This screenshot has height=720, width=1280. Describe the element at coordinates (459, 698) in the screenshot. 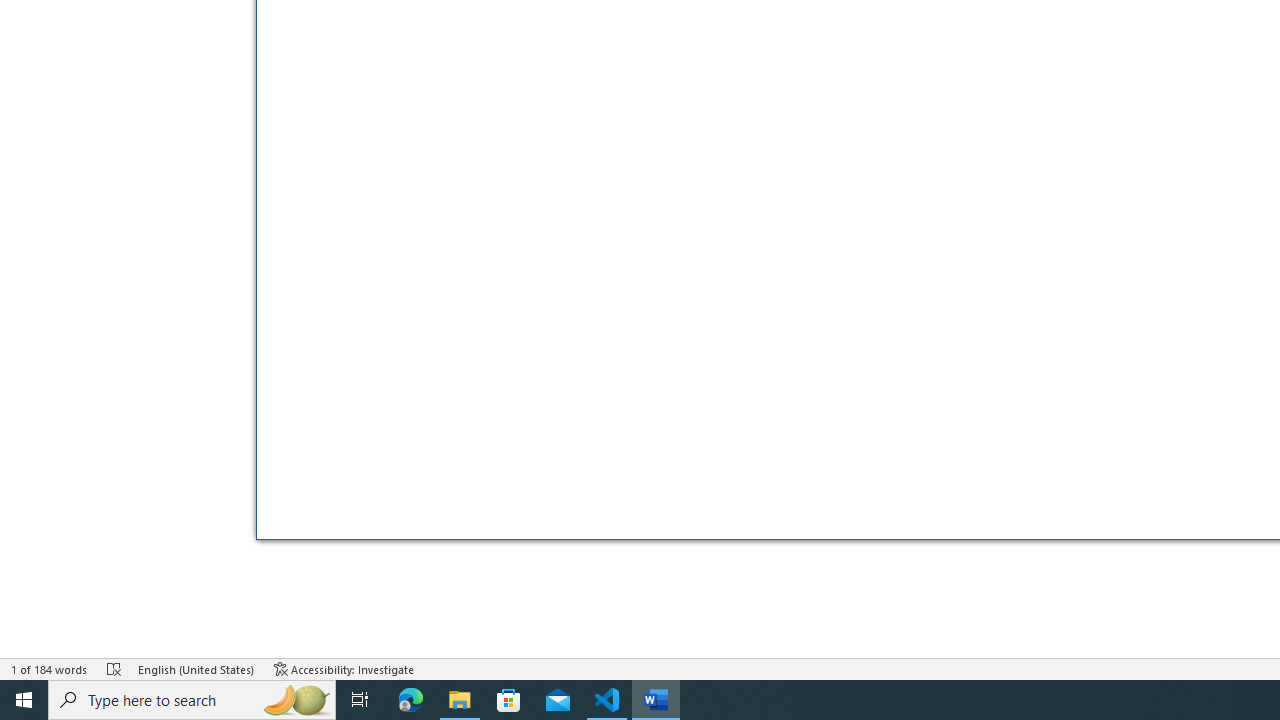

I see `'File Explorer - 1 running window'` at that location.